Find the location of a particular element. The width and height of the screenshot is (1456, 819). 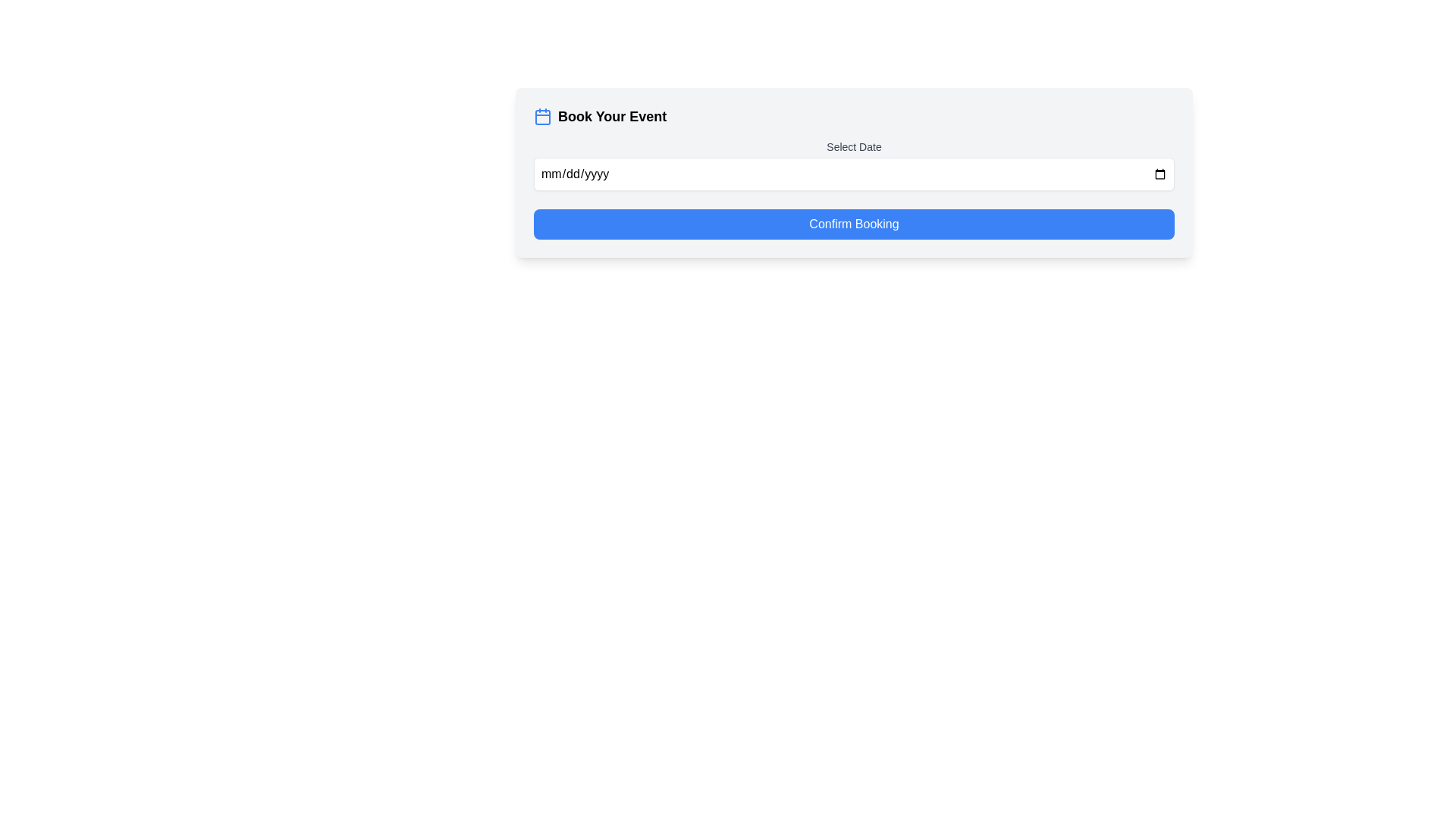

the text label 'Book Your Event' is located at coordinates (612, 116).